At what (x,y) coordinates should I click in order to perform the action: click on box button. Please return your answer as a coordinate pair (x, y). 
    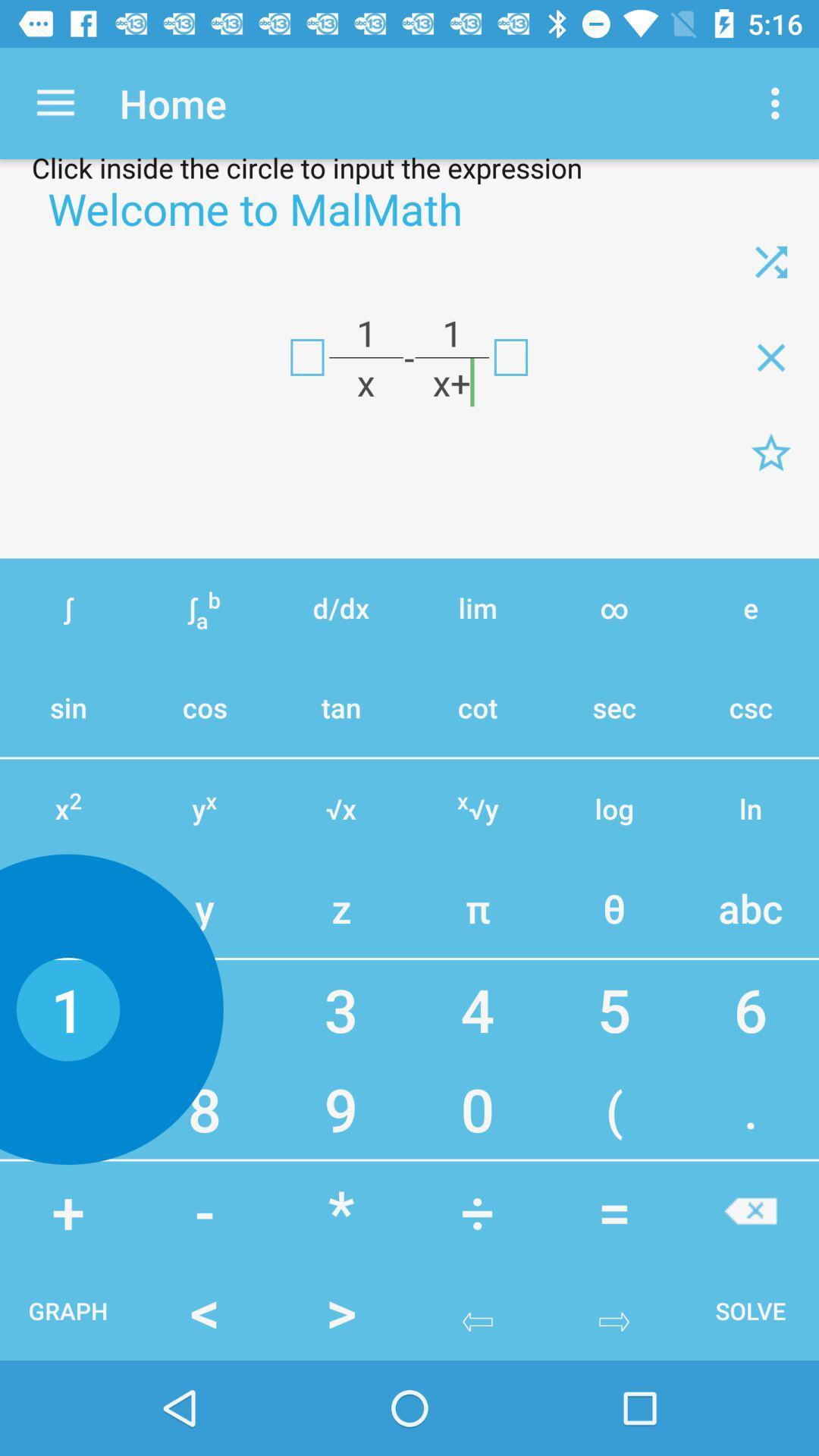
    Looking at the image, I should click on (510, 356).